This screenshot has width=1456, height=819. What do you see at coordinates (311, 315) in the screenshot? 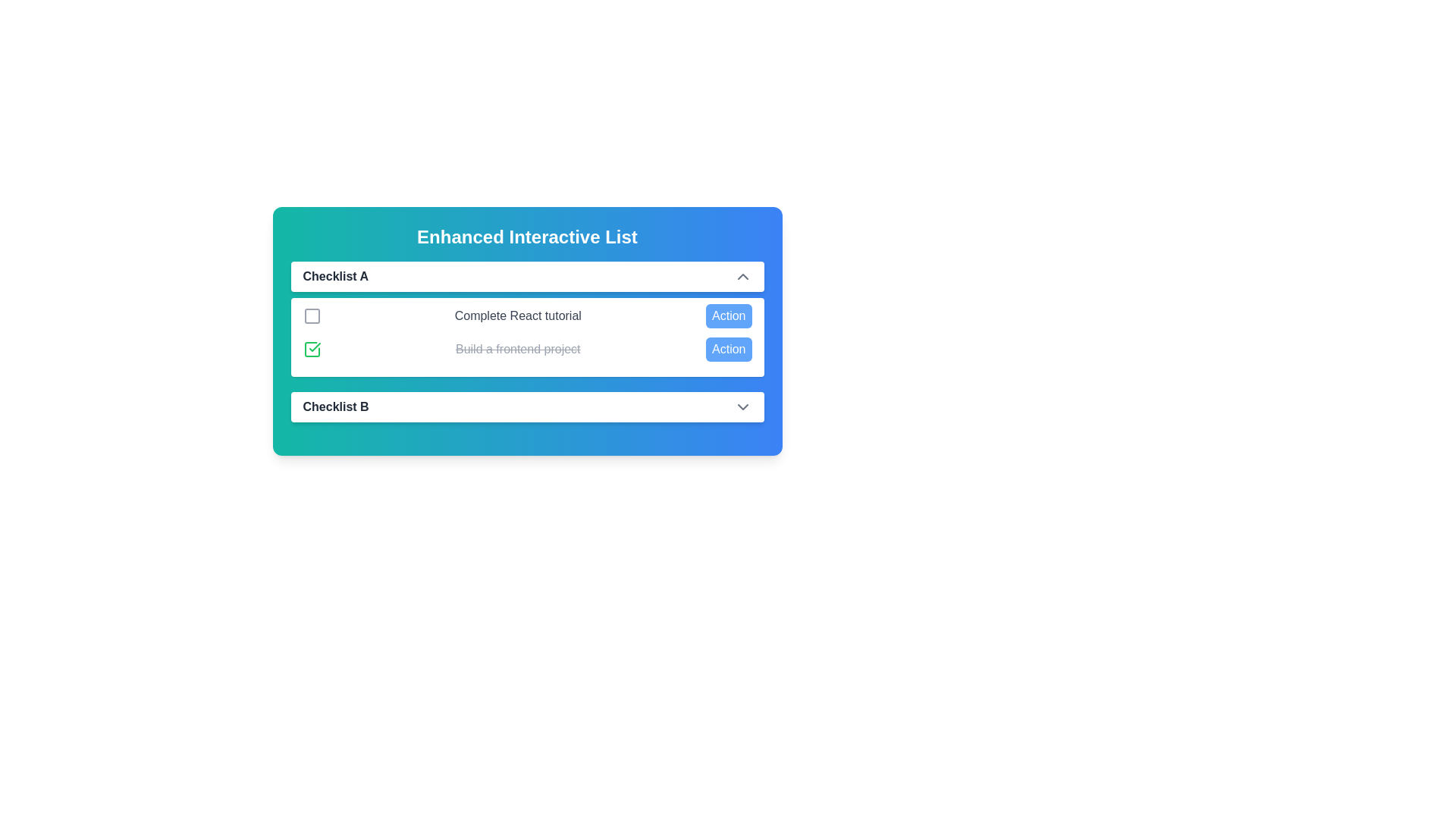
I see `the checkbox or status indicator located to the left of the text 'Complete React tutorial' in the checklist under 'Checklist A'` at bounding box center [311, 315].